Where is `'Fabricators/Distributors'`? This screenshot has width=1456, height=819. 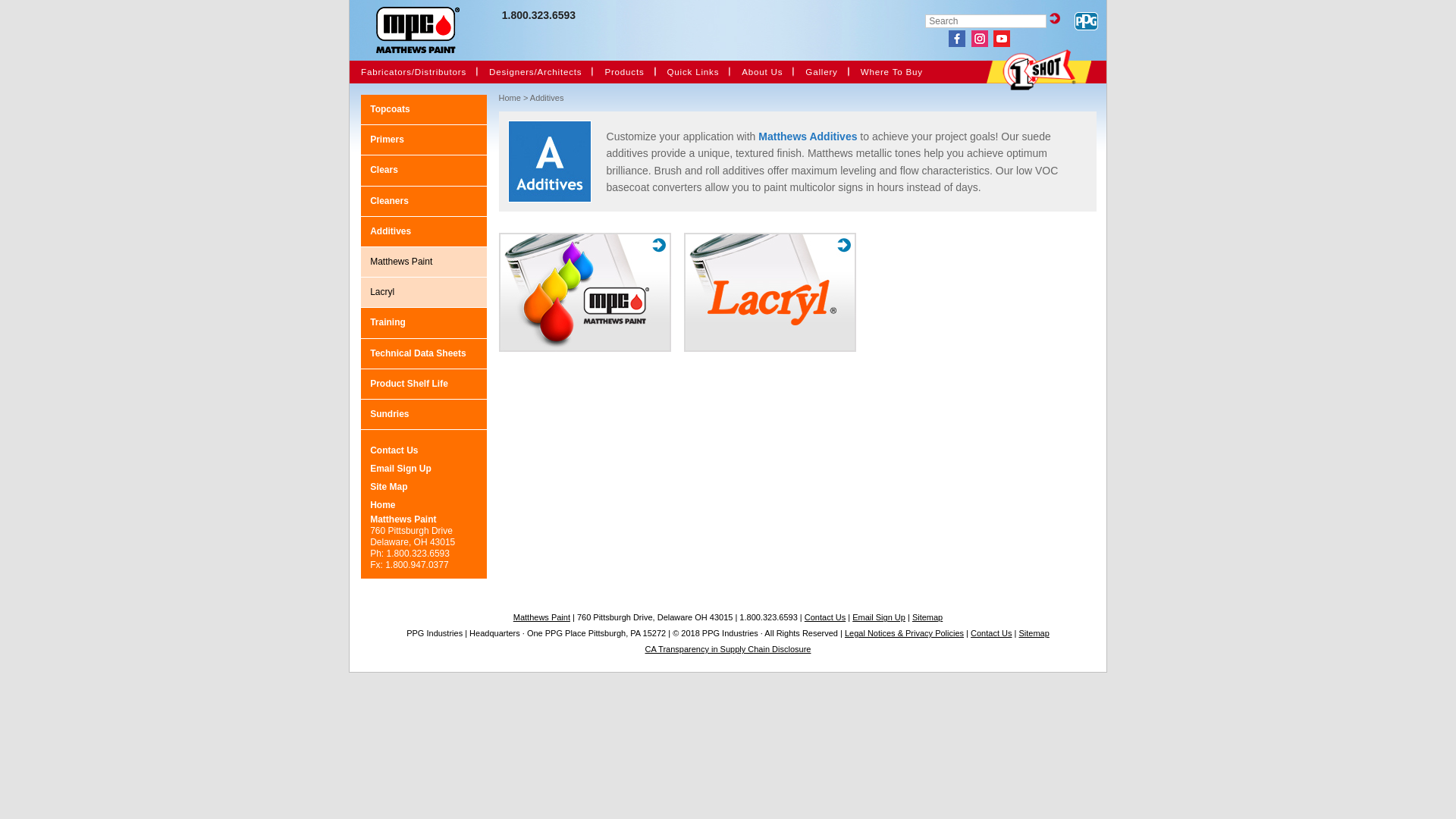 'Fabricators/Distributors' is located at coordinates (413, 72).